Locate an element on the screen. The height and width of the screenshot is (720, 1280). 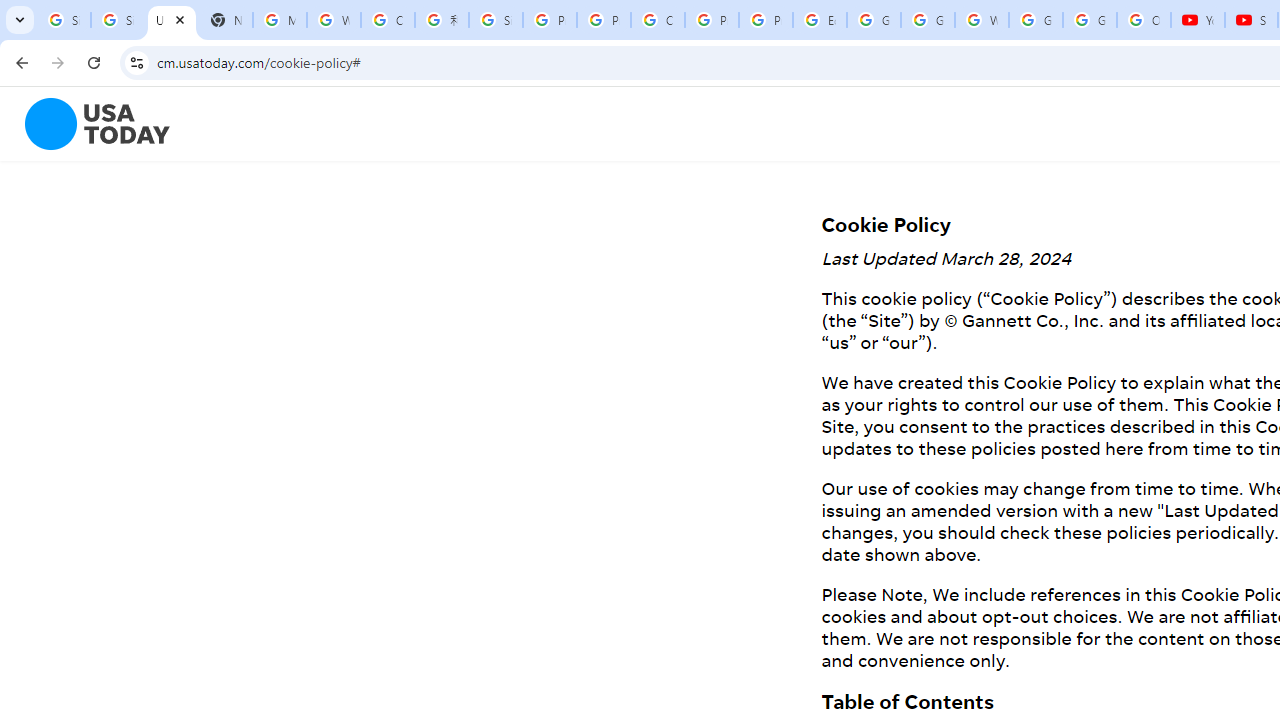
'To get missing image descriptions, open the context menu.' is located at coordinates (84, 124).